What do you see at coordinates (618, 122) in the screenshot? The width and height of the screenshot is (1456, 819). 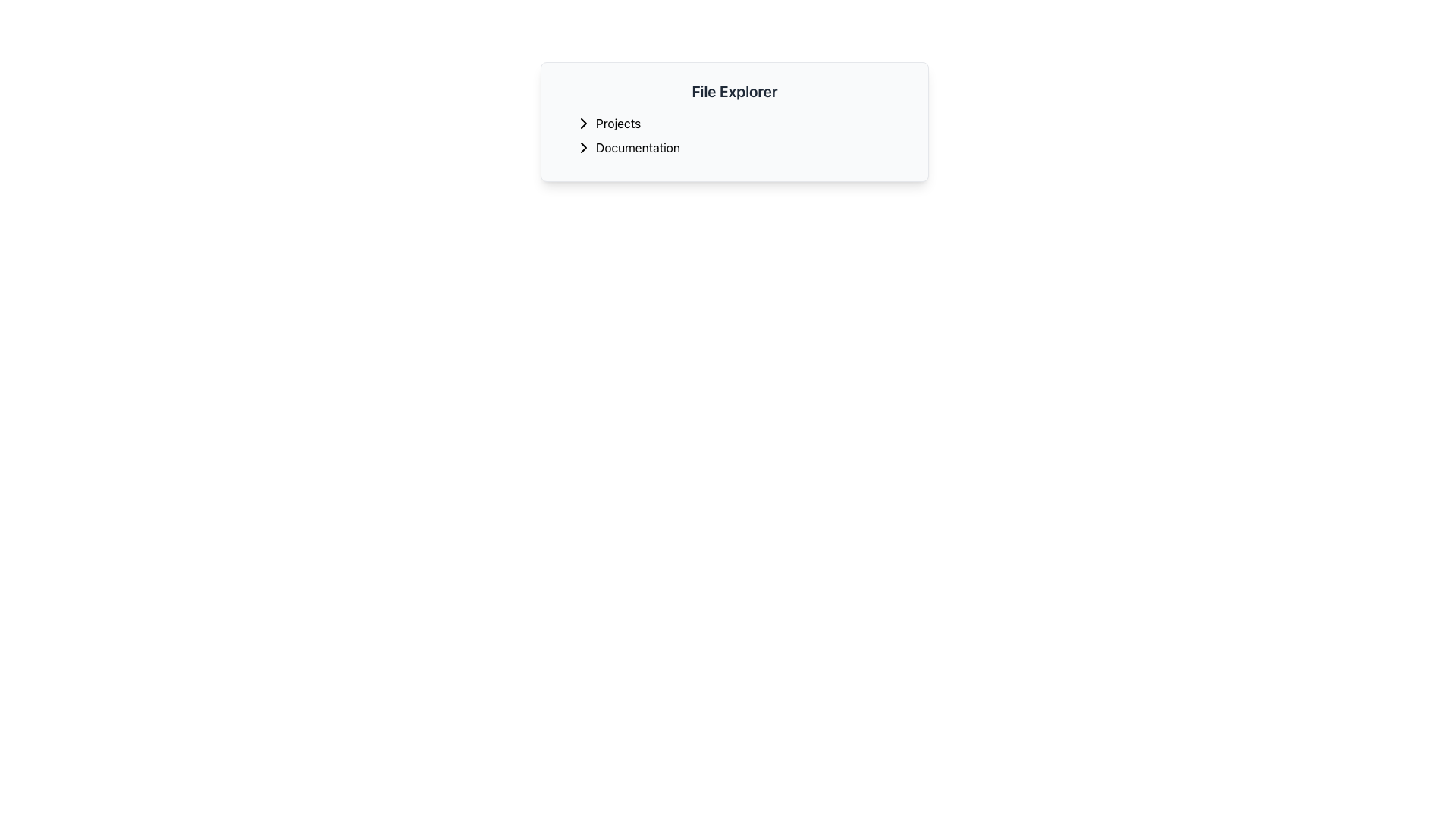 I see `the 'Projects' text label in the file explorer menu` at bounding box center [618, 122].